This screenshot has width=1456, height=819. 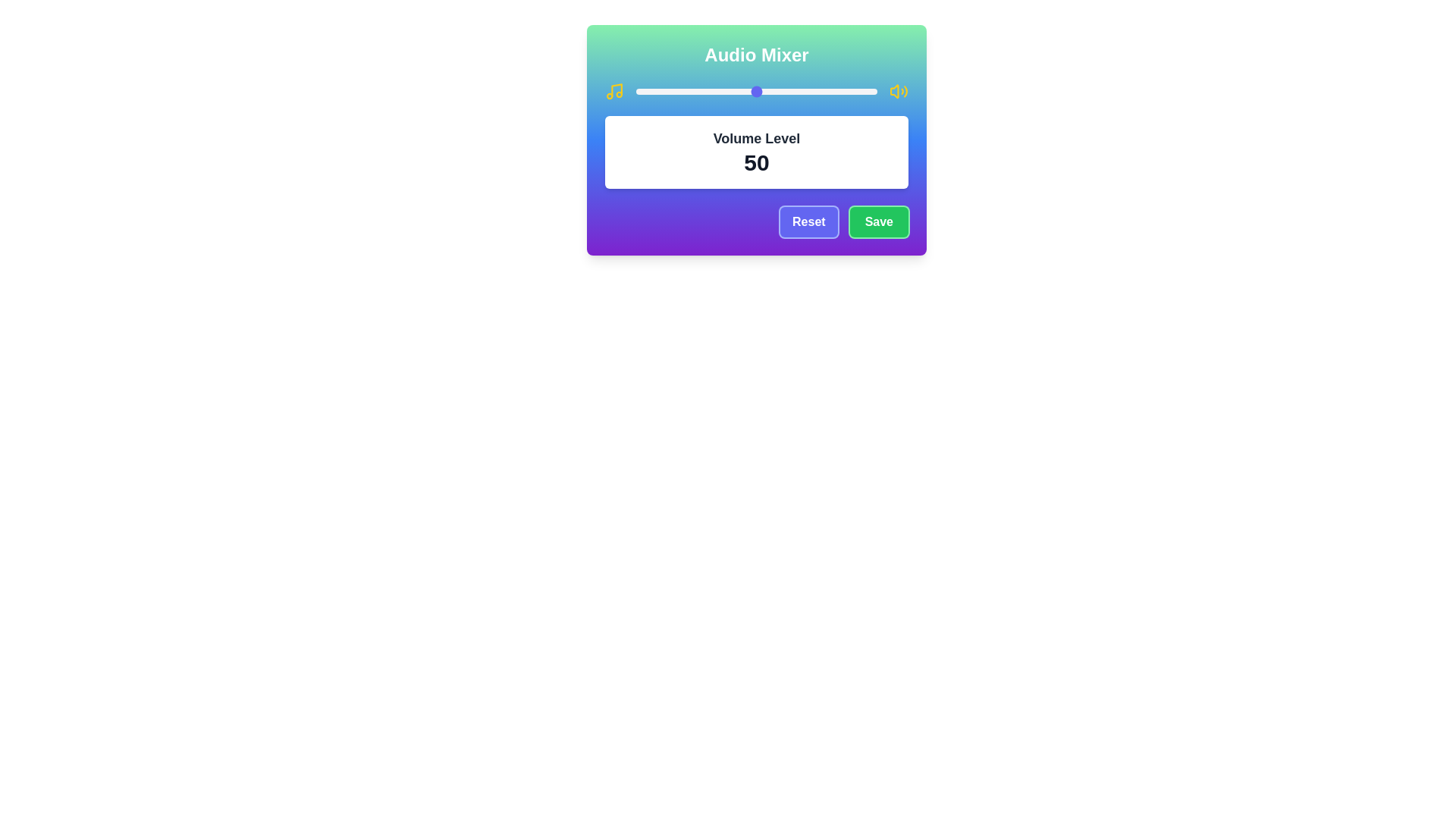 I want to click on the volume level, so click(x=689, y=91).